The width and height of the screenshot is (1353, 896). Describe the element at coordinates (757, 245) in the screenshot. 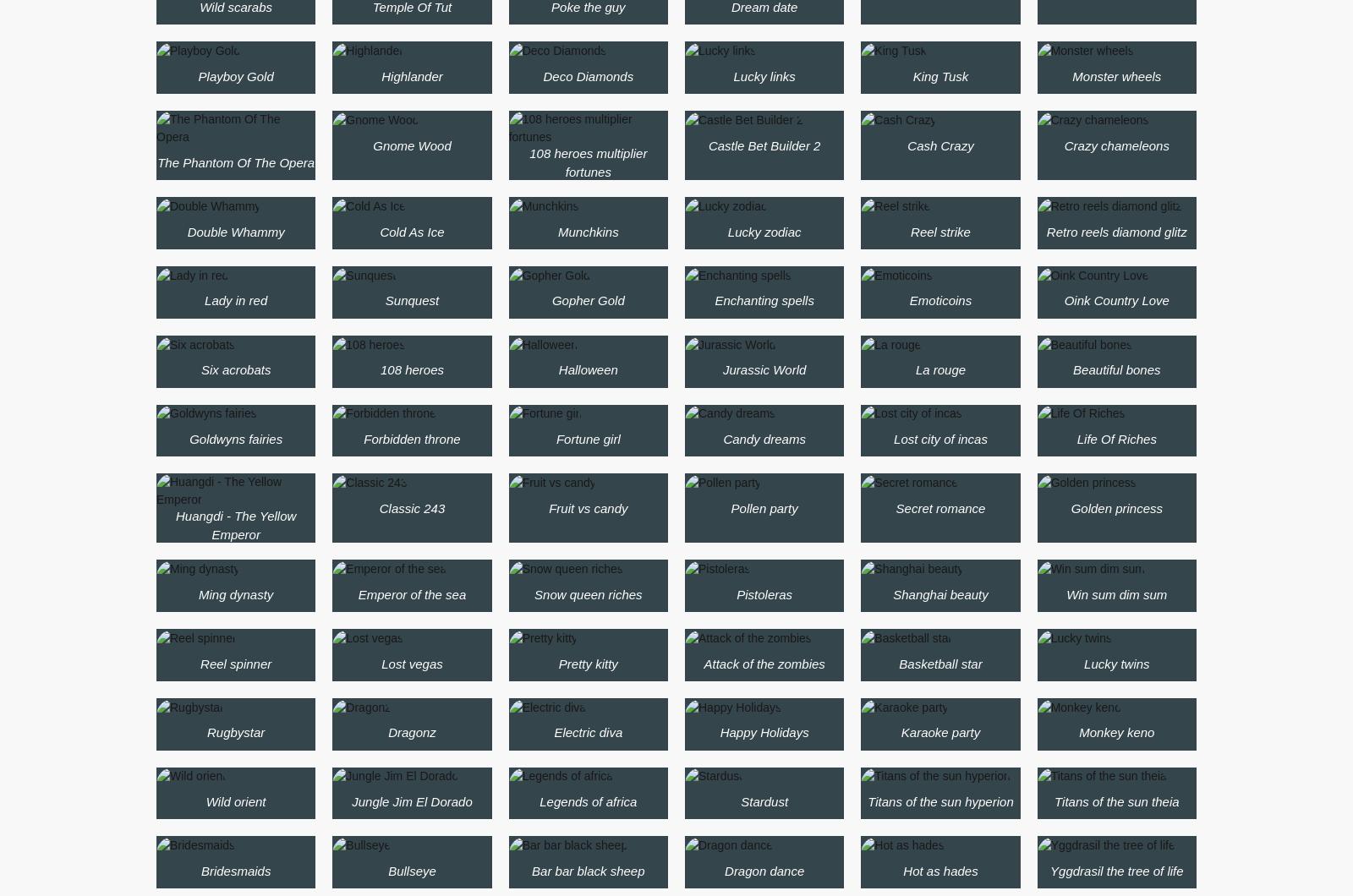

I see `'Golden Gorgon slot'` at that location.